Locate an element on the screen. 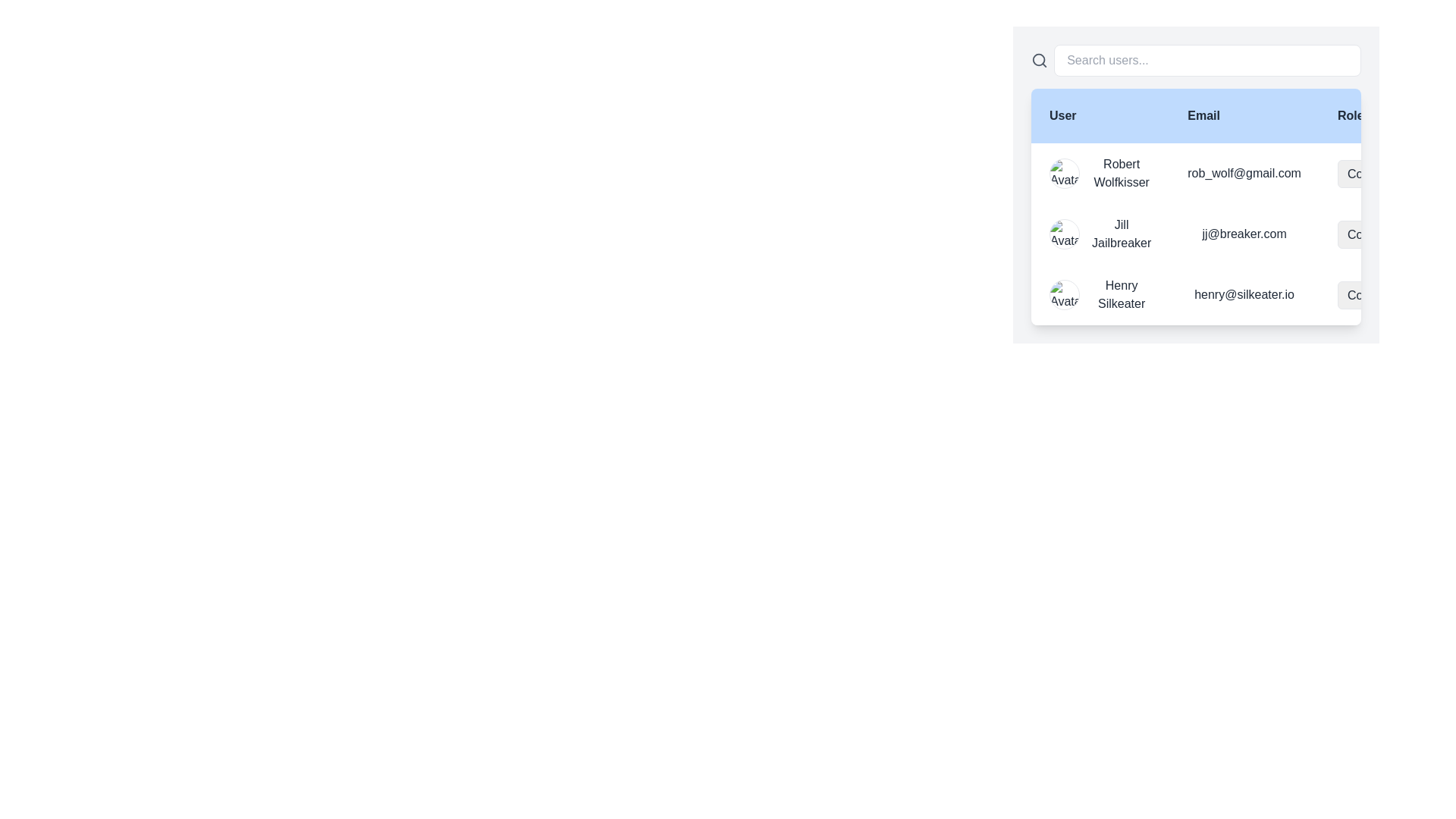 This screenshot has width=1456, height=819. the text display label showing 'Jill Jailbreaker' which is the second user listing in the user column of the table is located at coordinates (1100, 234).